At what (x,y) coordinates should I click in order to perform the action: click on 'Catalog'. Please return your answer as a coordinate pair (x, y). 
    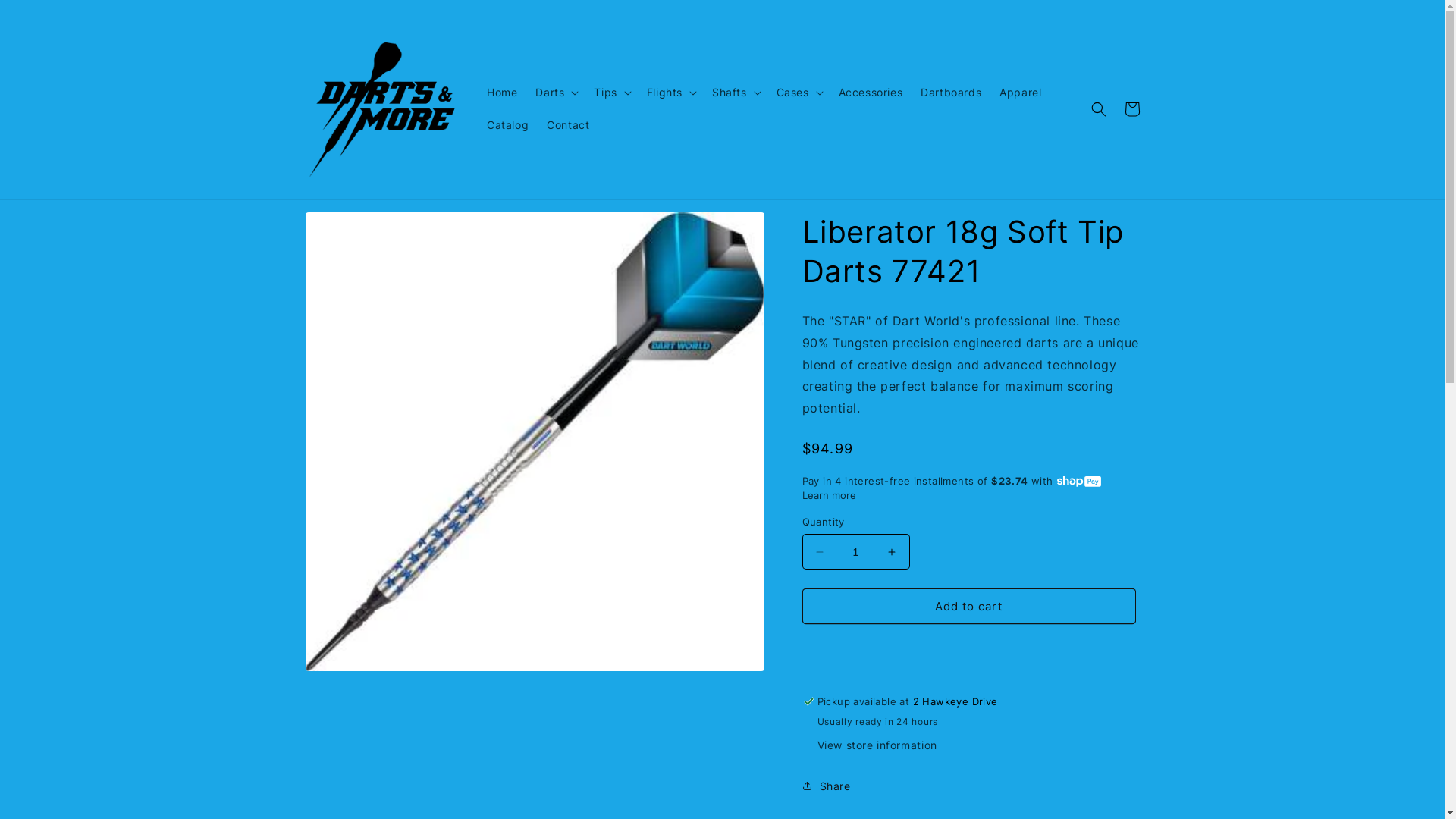
    Looking at the image, I should click on (476, 124).